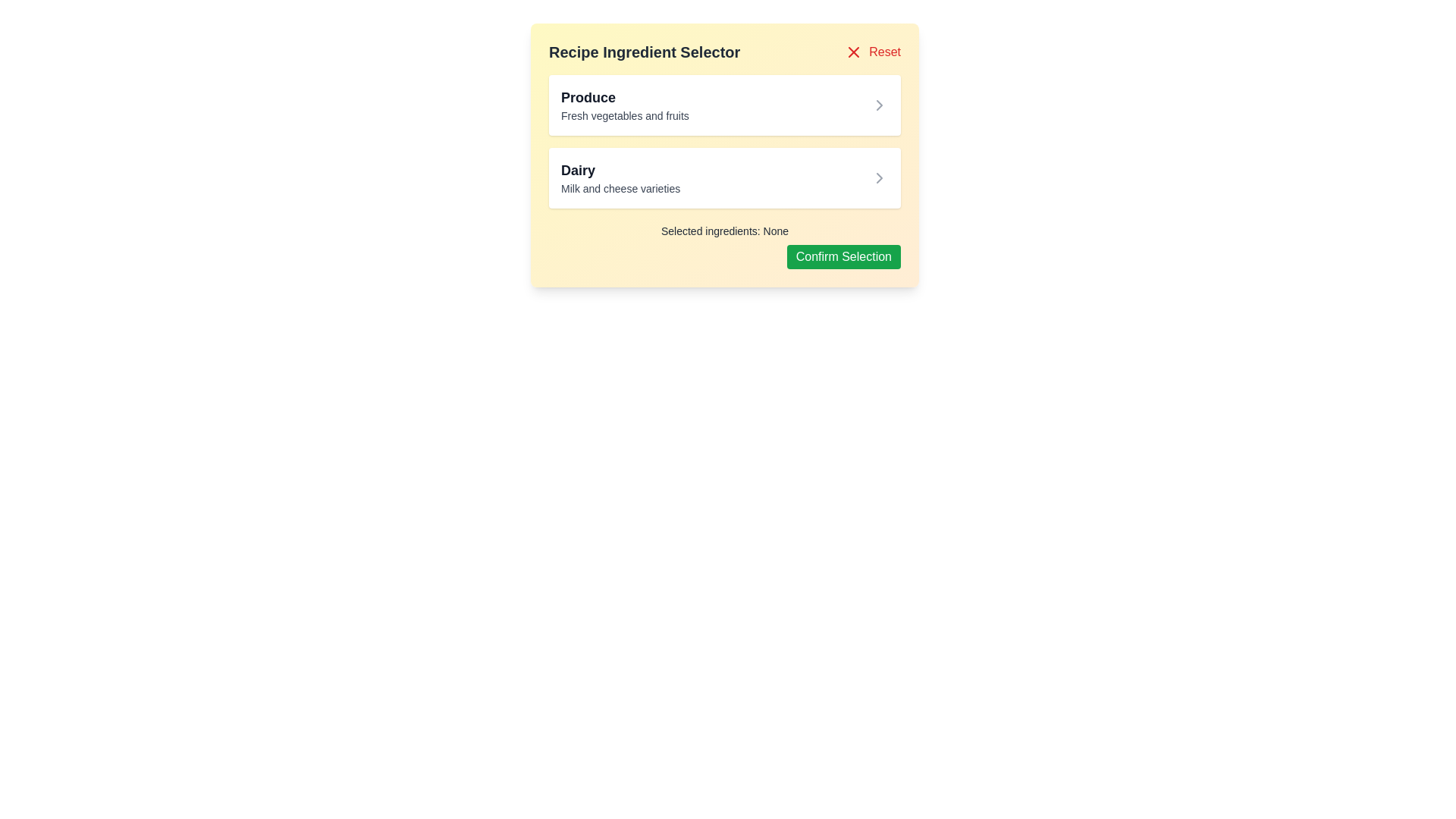  Describe the element at coordinates (843, 256) in the screenshot. I see `the green rectangular button labeled 'Confirm Selection' located in the bottom-right corner of the 'Recipe Ingredient Selector' dialog to confirm the current selection` at that location.